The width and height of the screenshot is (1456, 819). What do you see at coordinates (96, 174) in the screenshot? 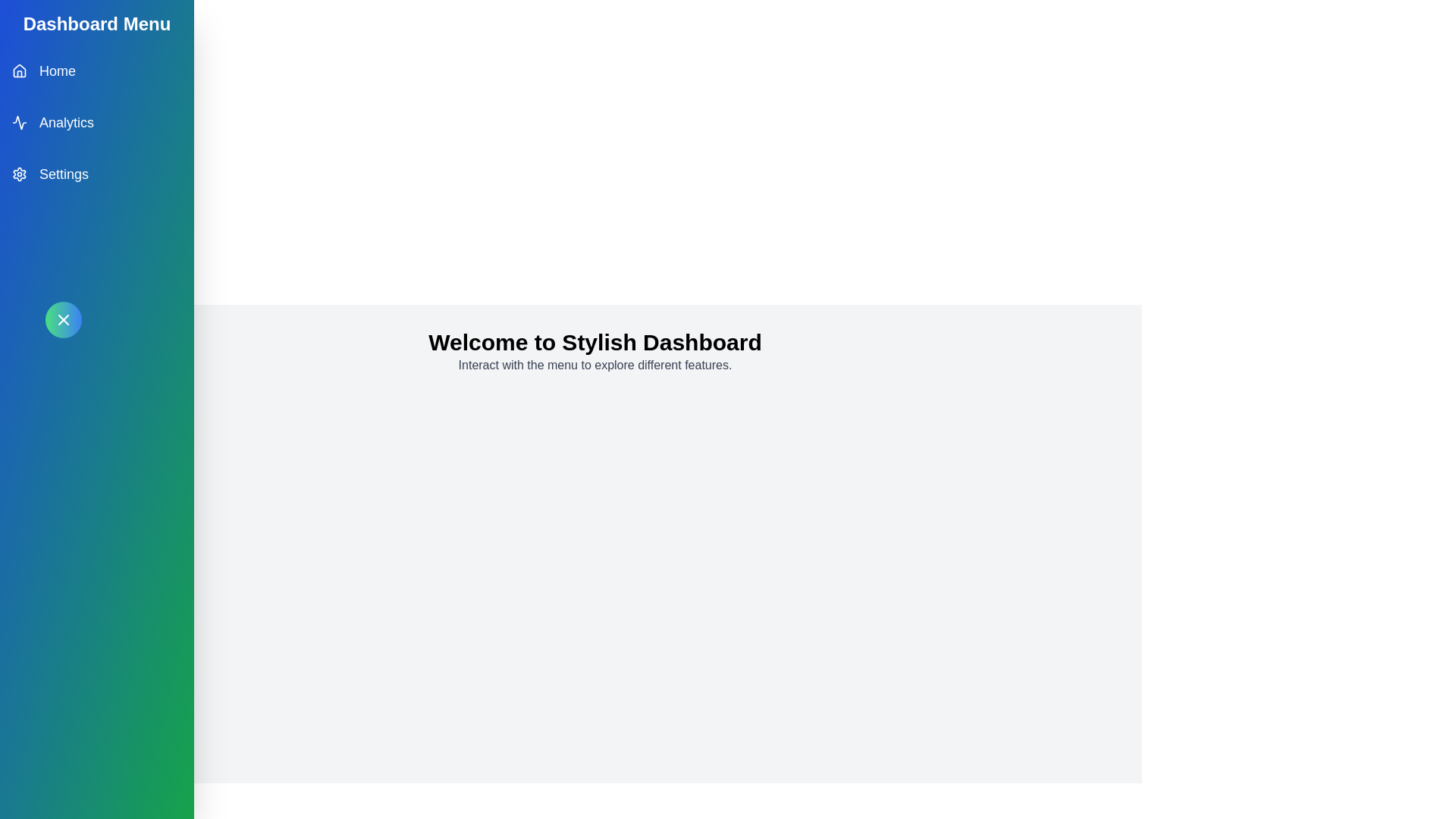
I see `the Settings panel from the menu` at bounding box center [96, 174].